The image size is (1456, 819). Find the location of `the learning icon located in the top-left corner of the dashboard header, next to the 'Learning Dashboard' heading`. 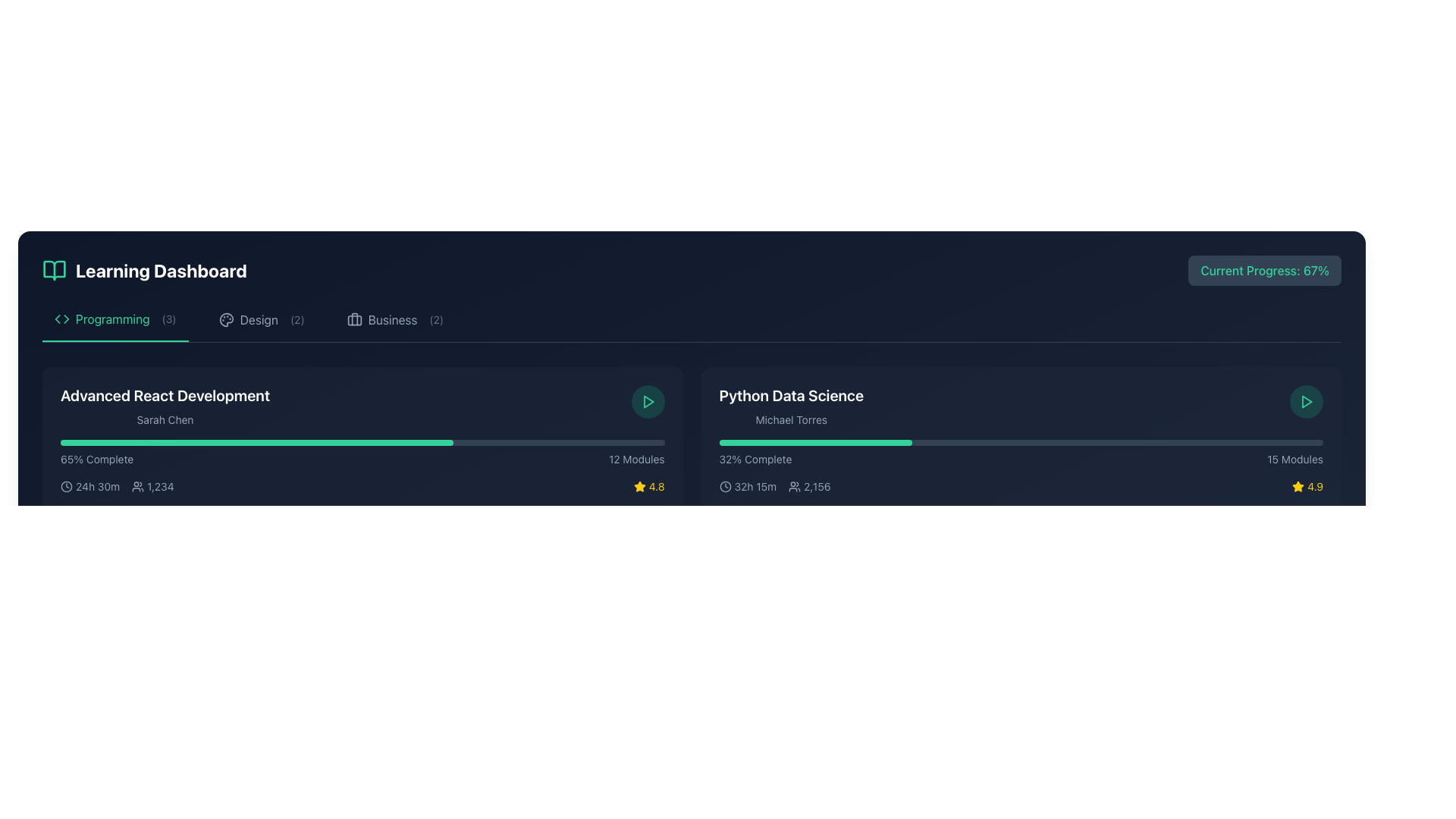

the learning icon located in the top-left corner of the dashboard header, next to the 'Learning Dashboard' heading is located at coordinates (55, 270).